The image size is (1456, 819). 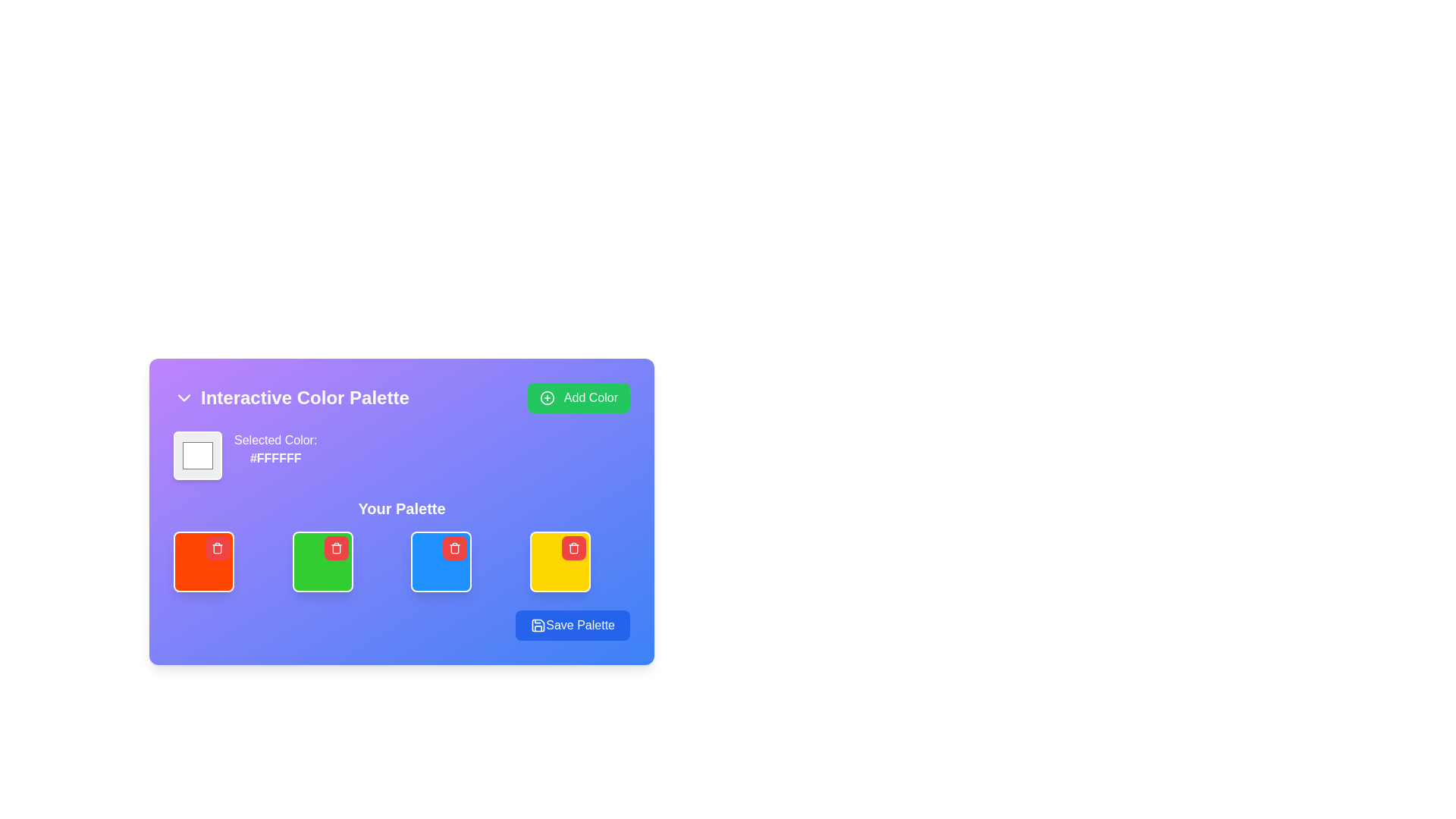 What do you see at coordinates (559, 561) in the screenshot?
I see `the interactive button with a golden yellow background, white border, and subtle shadow effect located in the bottom right of the interface` at bounding box center [559, 561].